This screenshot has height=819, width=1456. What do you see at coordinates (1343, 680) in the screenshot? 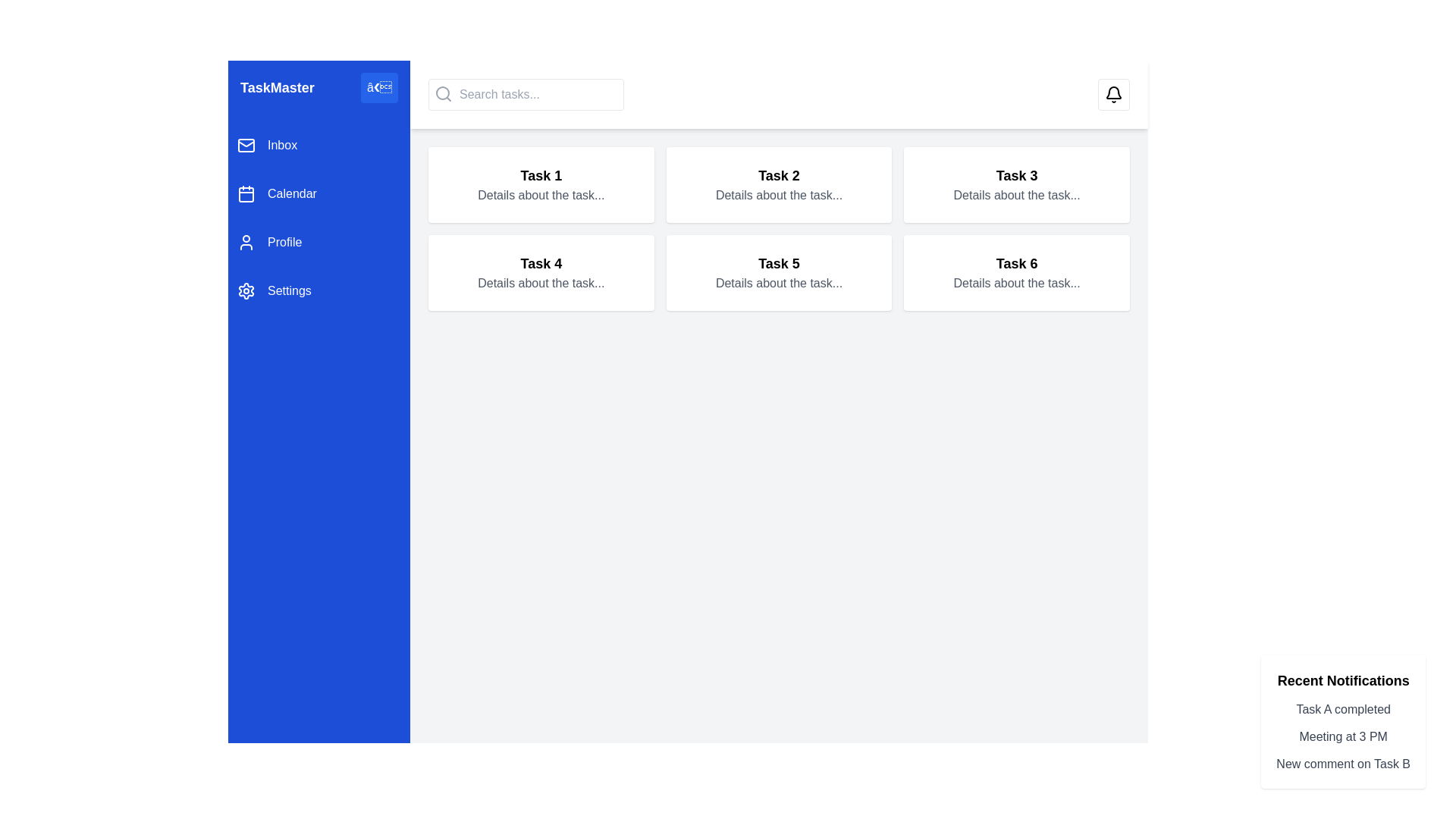
I see `the text label that reads 'Recent Notifications', which is styled with a bold font and larger size, located at the bottom right corner of the interface, above the list of notifications` at bounding box center [1343, 680].